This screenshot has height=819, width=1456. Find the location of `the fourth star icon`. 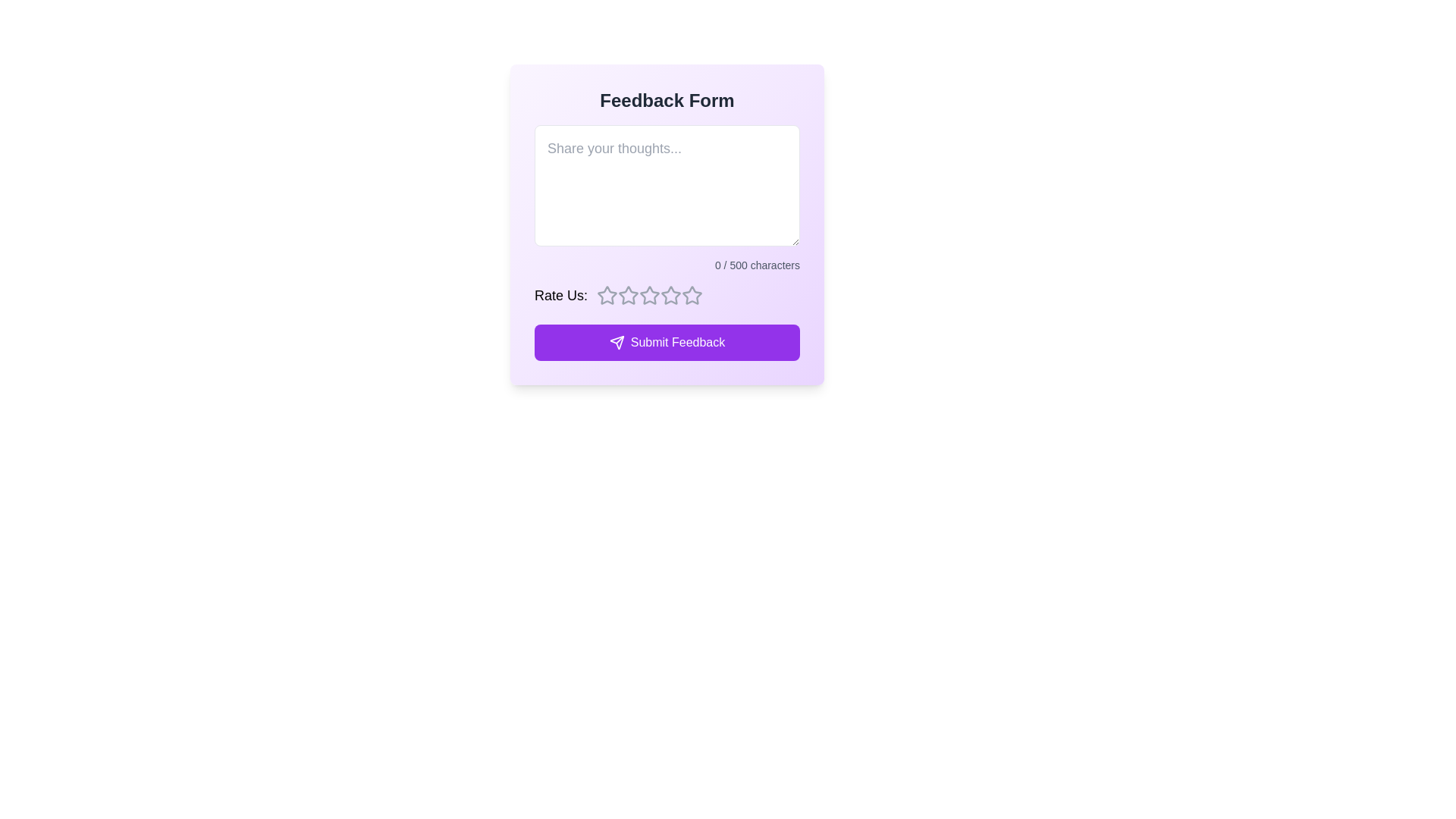

the fourth star icon is located at coordinates (650, 295).